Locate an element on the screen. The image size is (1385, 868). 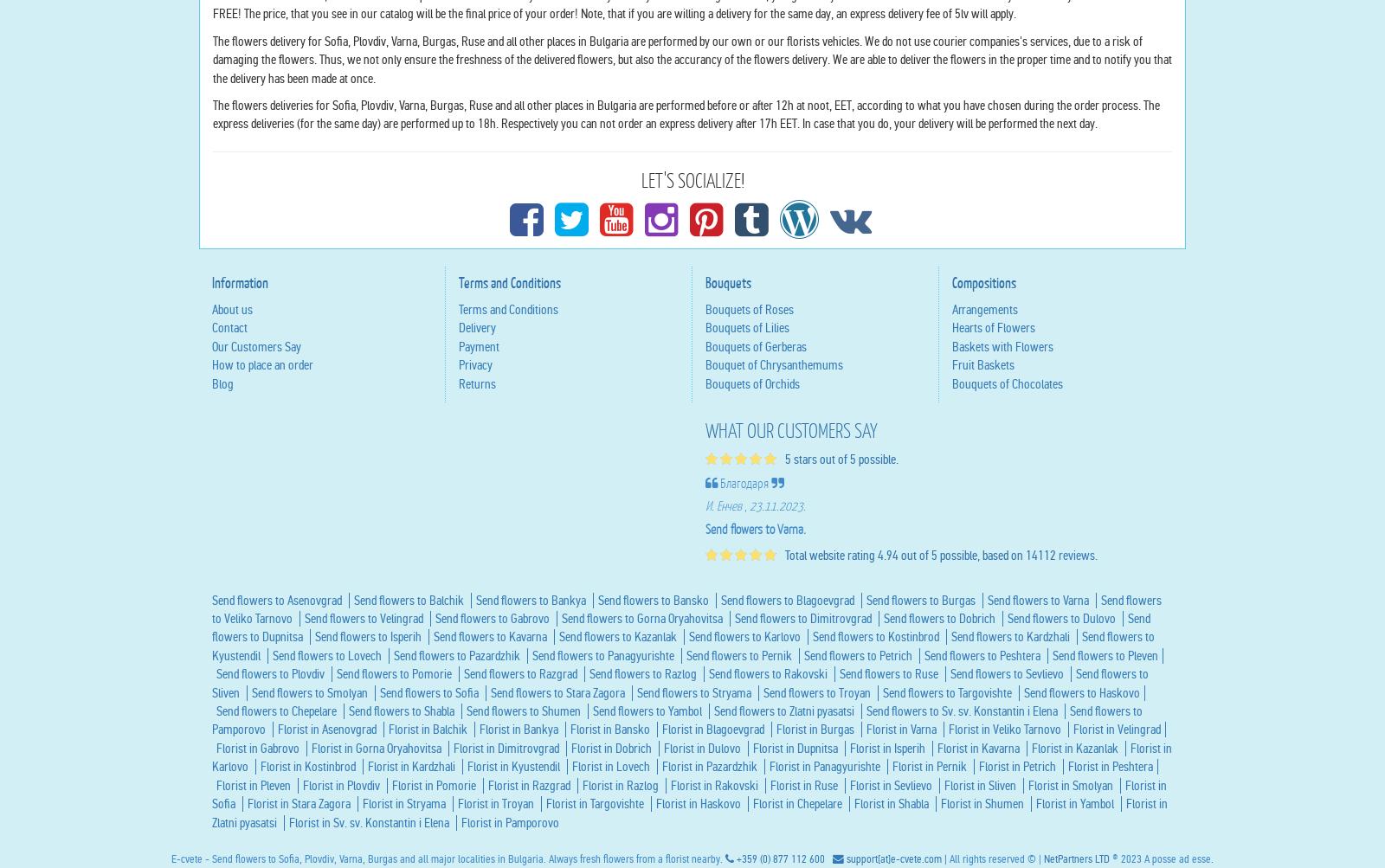
'5' is located at coordinates (852, 624).